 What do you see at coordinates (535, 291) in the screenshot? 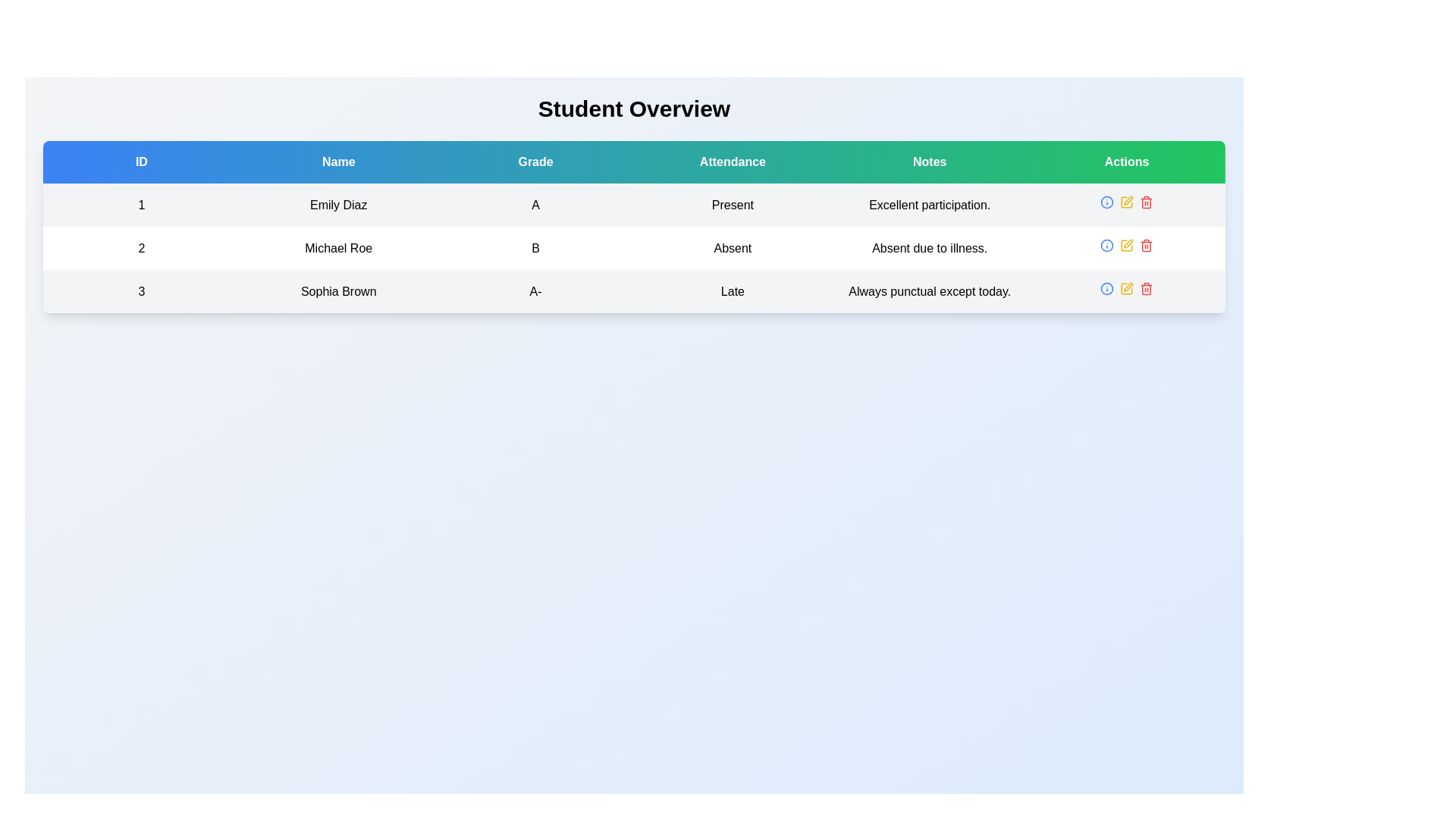
I see `the Text label displaying the grade information for the student 'Sophia Brown', which is the third entry in the 'Grade' column of the table` at bounding box center [535, 291].